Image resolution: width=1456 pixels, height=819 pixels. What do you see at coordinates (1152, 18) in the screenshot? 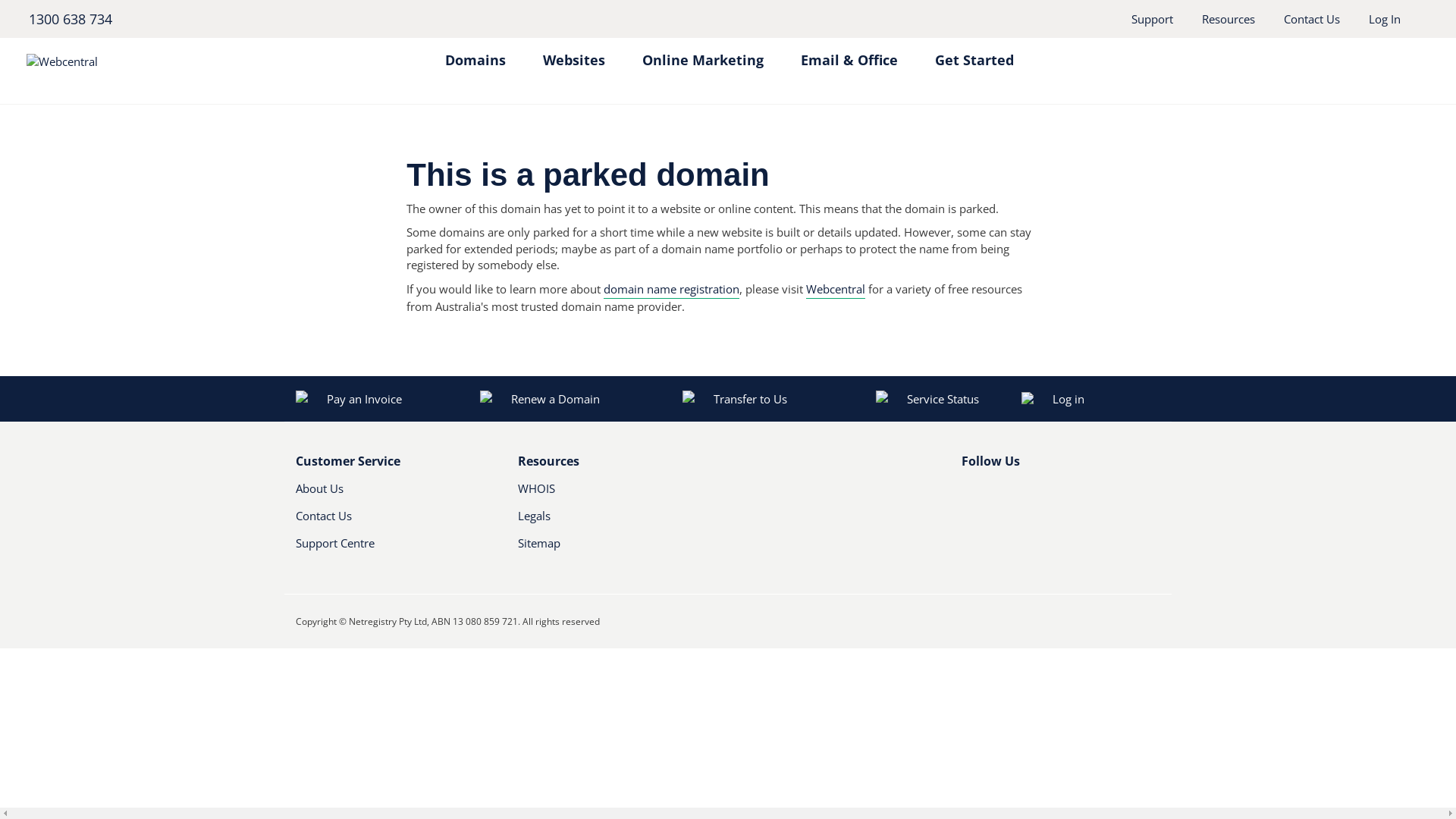
I see `'Support'` at bounding box center [1152, 18].